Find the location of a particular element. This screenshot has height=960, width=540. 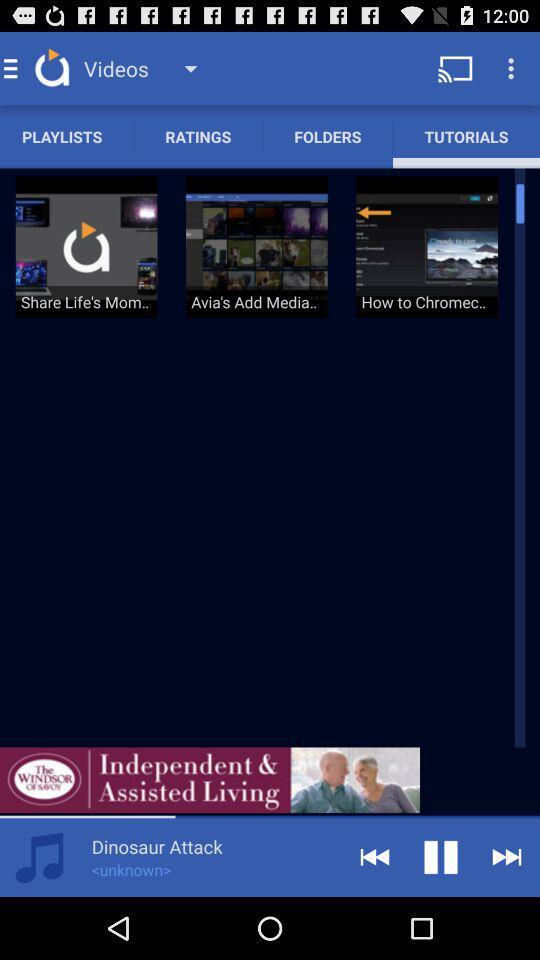

open advertisement is located at coordinates (209, 779).